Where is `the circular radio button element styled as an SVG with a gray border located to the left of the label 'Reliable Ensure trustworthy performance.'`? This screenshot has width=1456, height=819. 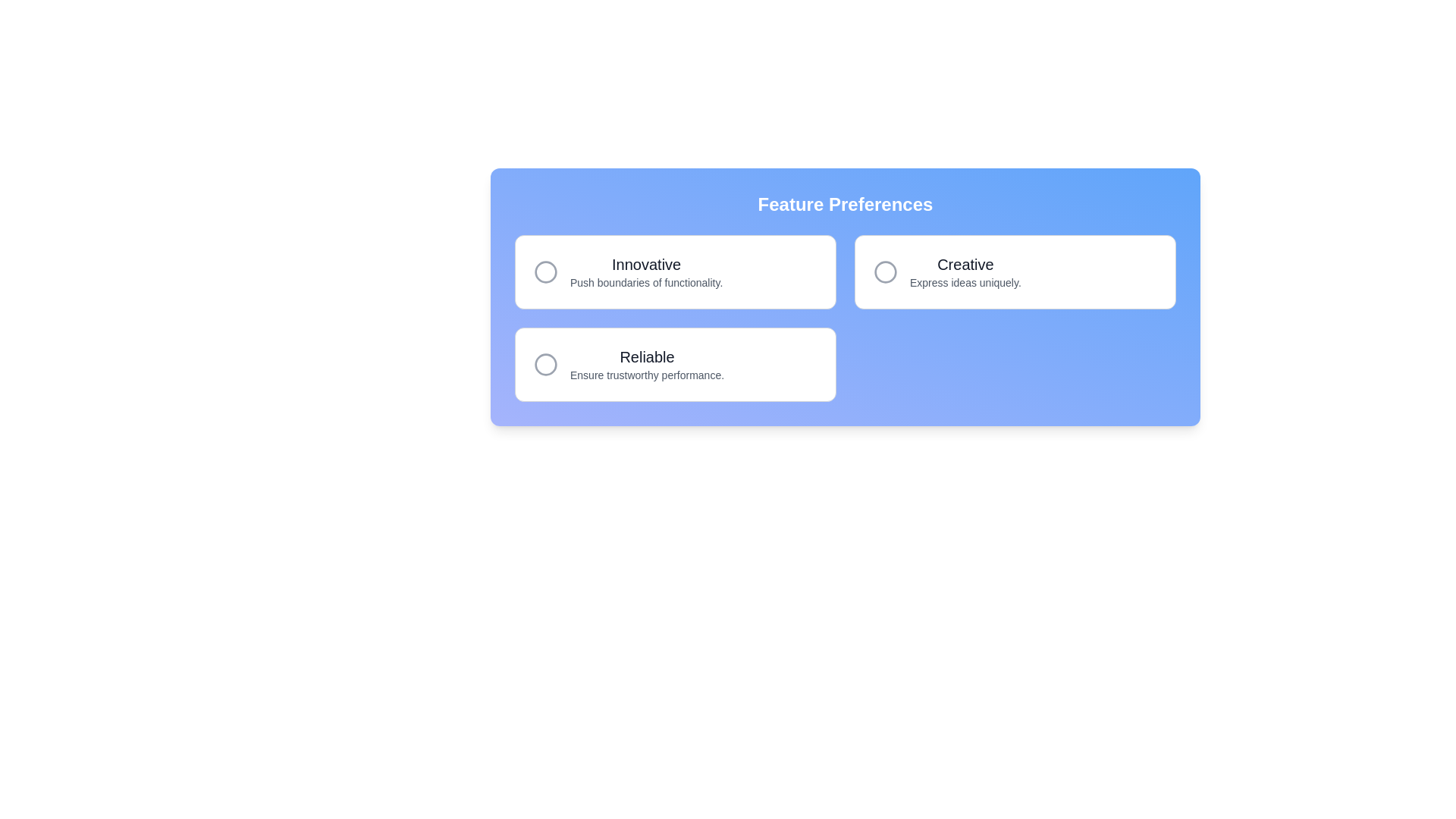
the circular radio button element styled as an SVG with a gray border located to the left of the label 'Reliable Ensure trustworthy performance.' is located at coordinates (546, 365).